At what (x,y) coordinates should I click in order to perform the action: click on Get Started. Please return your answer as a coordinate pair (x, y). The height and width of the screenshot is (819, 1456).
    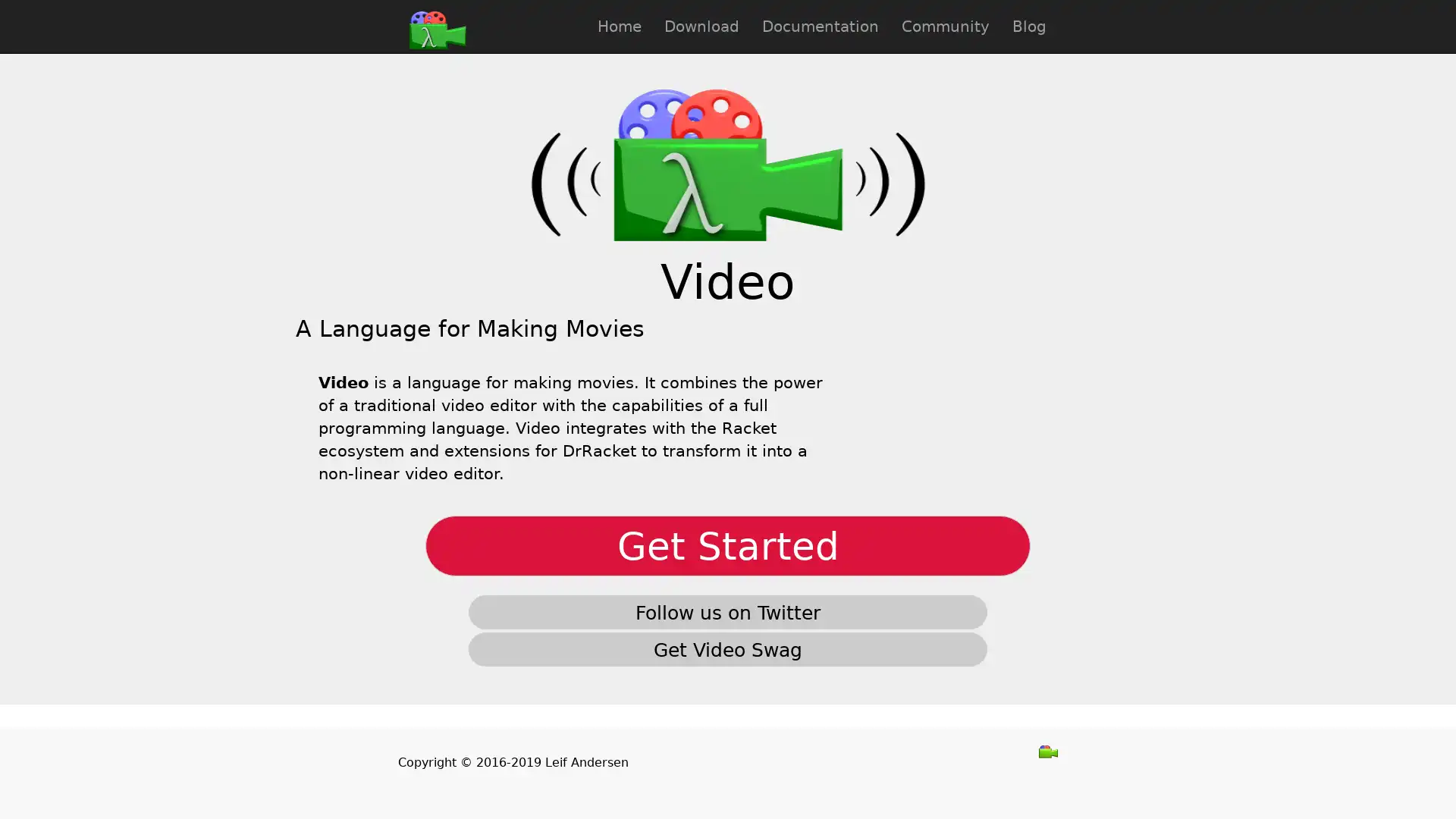
    Looking at the image, I should click on (728, 546).